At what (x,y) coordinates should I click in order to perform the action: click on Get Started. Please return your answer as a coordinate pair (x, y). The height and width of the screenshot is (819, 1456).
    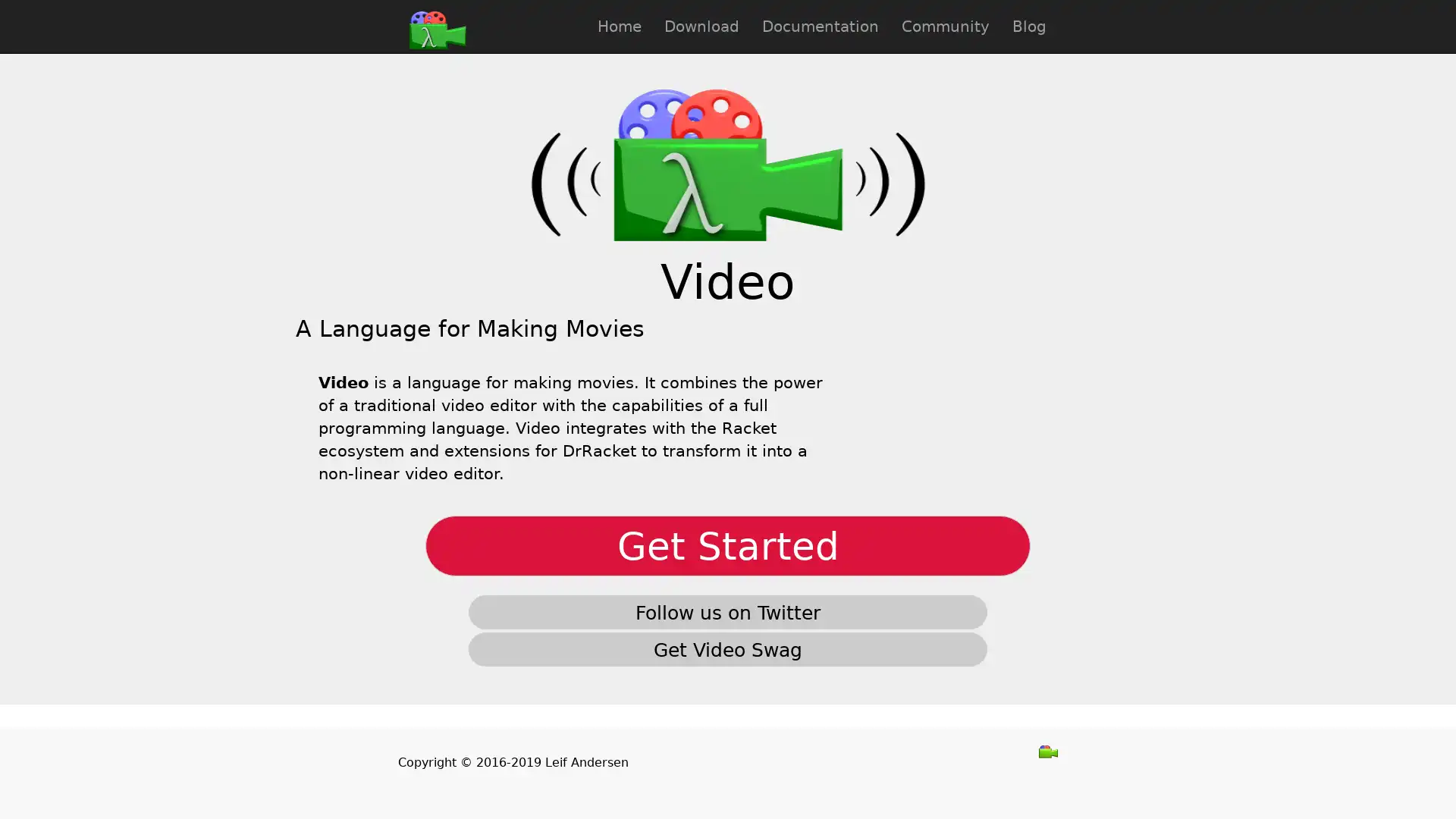
    Looking at the image, I should click on (728, 546).